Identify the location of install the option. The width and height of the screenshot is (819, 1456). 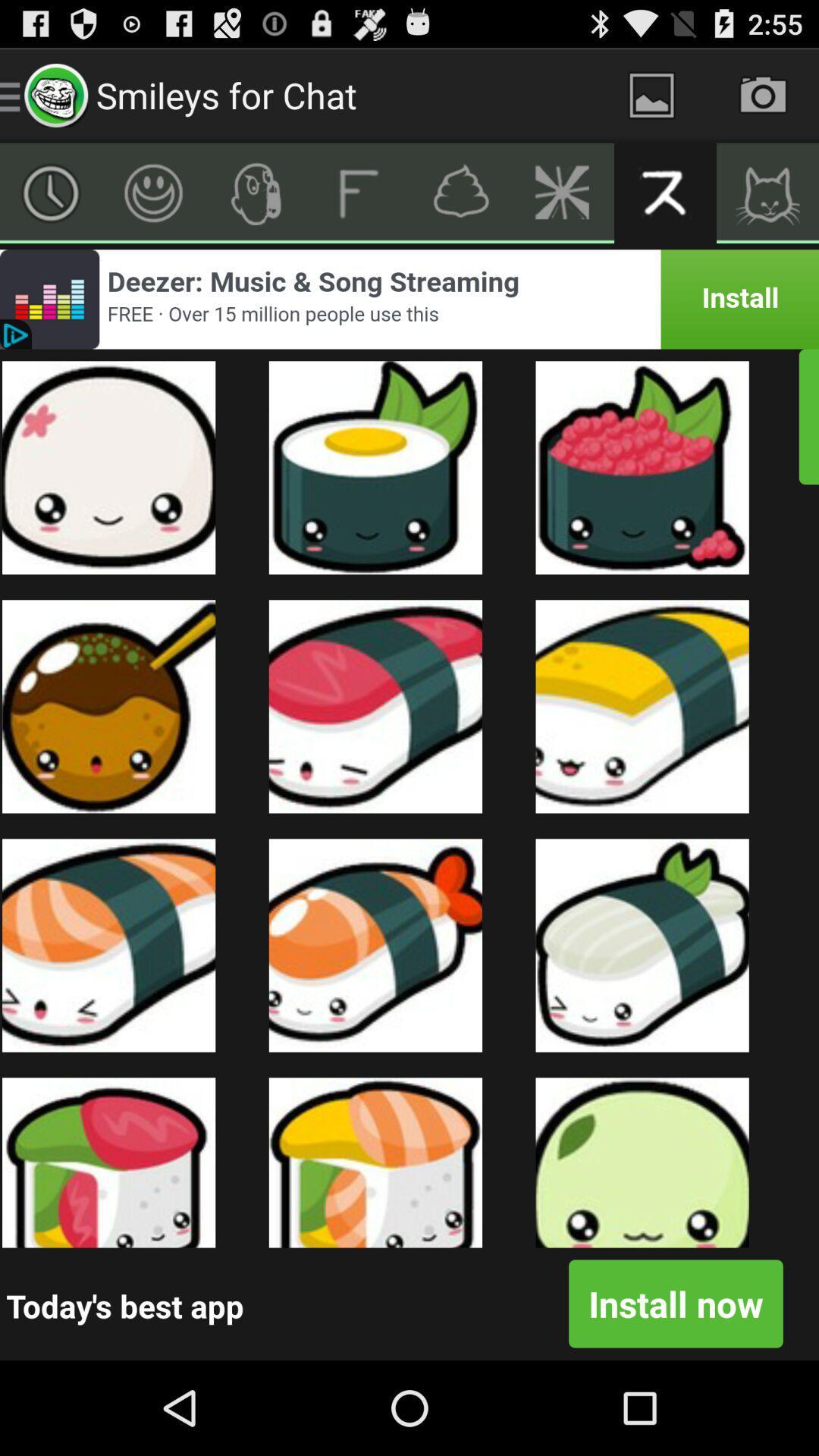
(409, 299).